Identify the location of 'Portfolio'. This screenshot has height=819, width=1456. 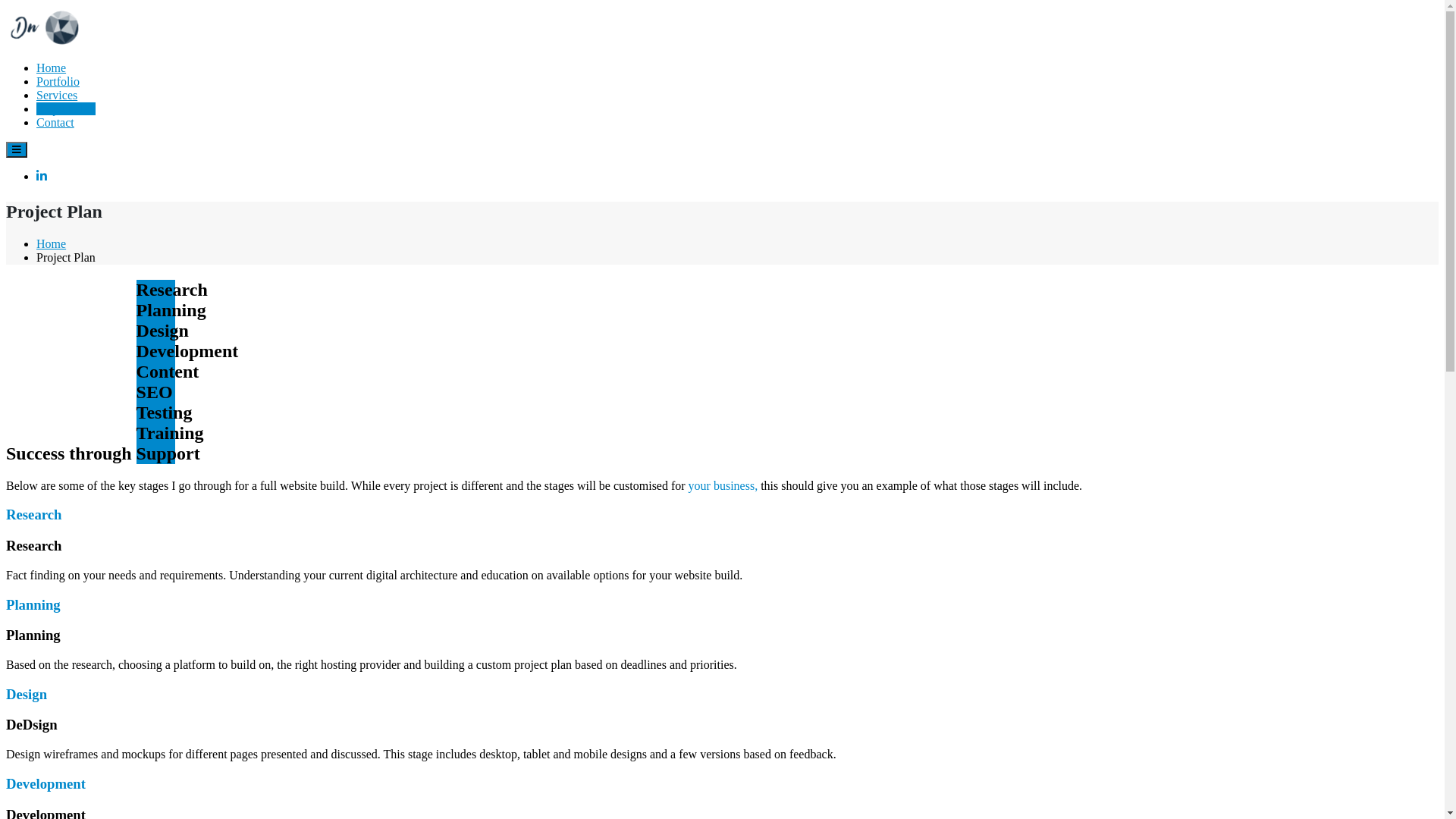
(36, 81).